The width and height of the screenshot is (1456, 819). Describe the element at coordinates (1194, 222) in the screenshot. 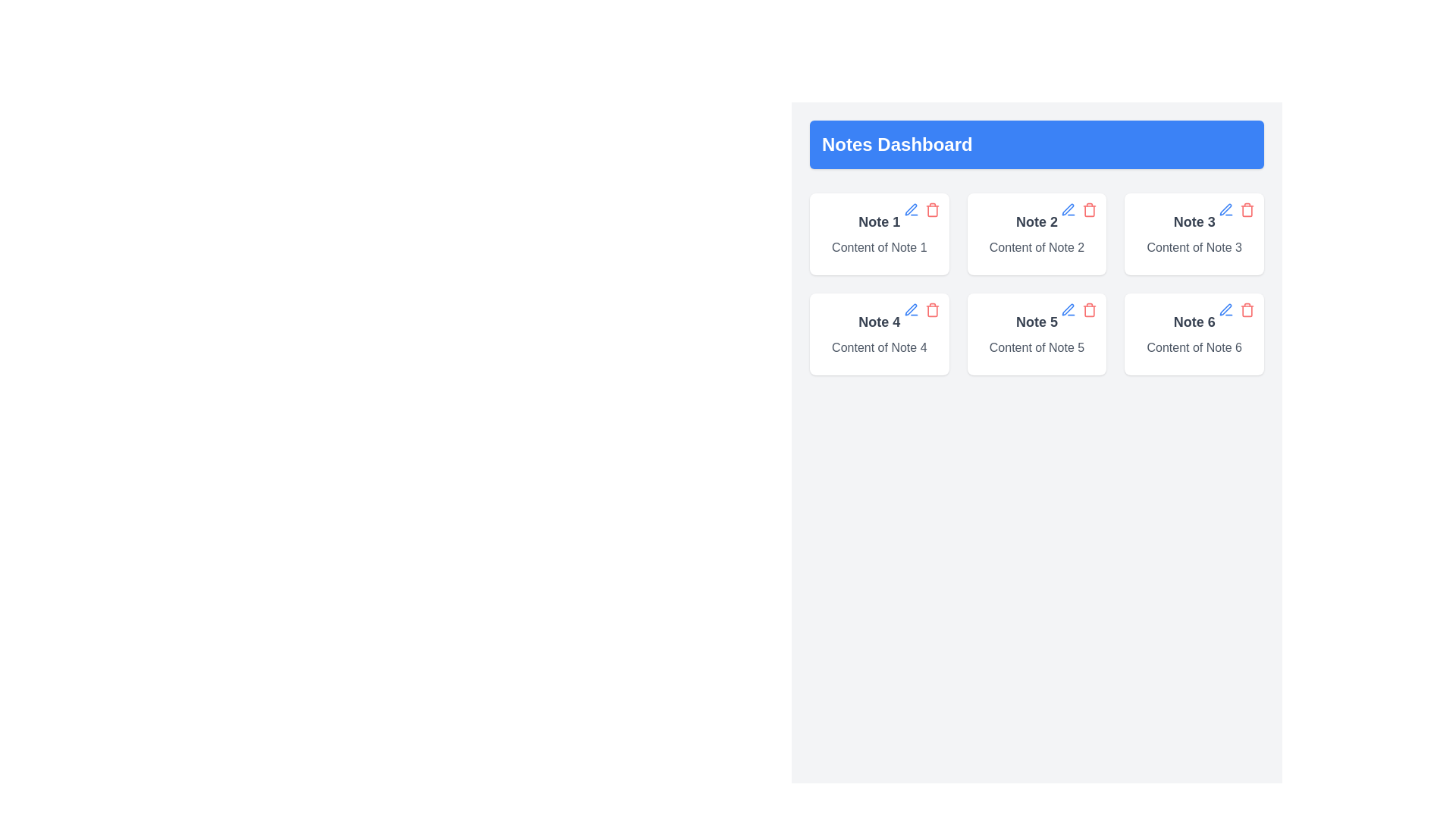

I see `the Text Label displaying the title or header of the note on the third card in the 'Notes Dashboard', located above 'Content of Note 3'` at that location.